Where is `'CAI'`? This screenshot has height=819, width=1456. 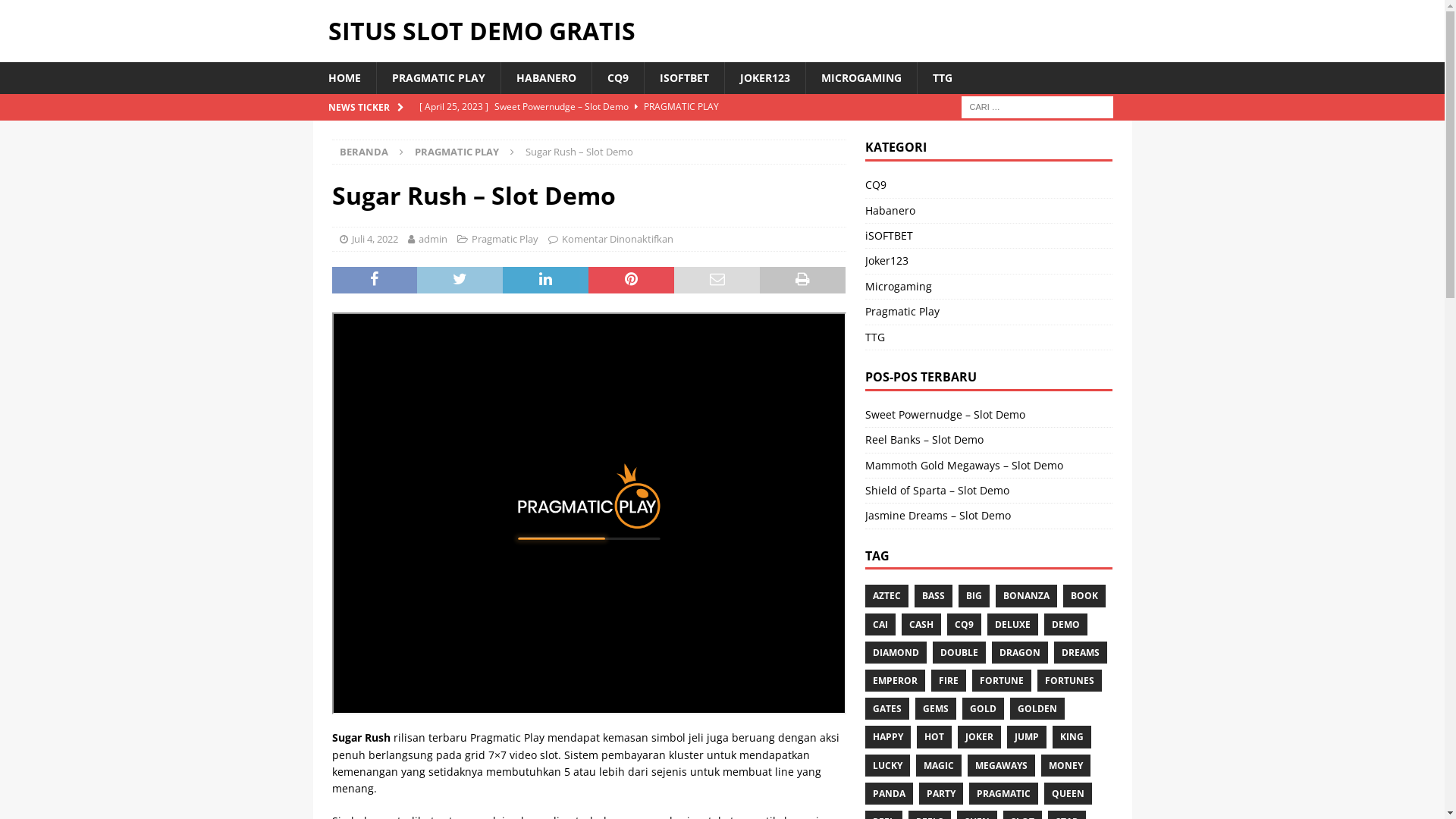
'CAI' is located at coordinates (880, 624).